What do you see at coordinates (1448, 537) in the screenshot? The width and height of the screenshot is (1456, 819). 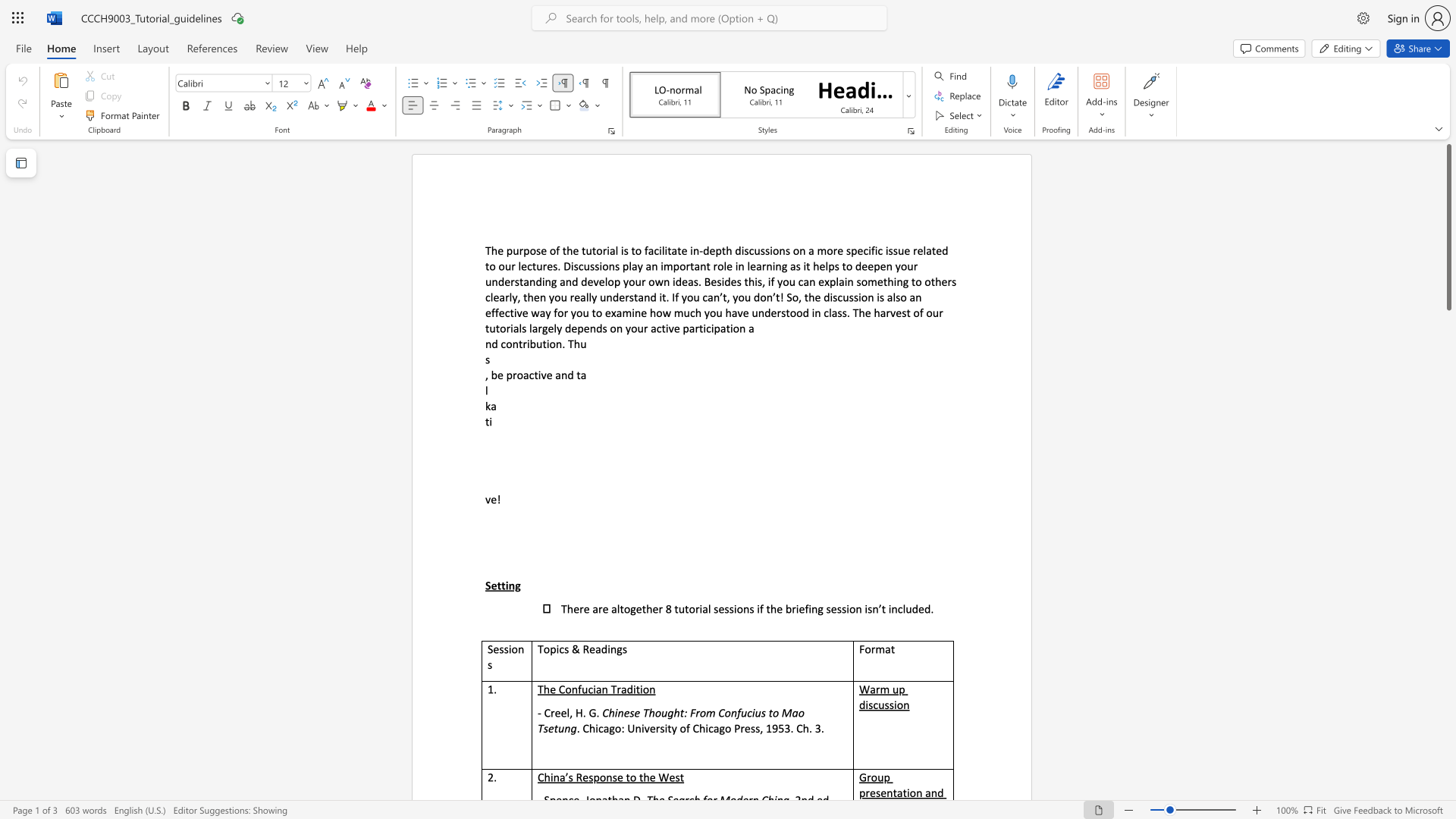 I see `the scrollbar on the right` at bounding box center [1448, 537].